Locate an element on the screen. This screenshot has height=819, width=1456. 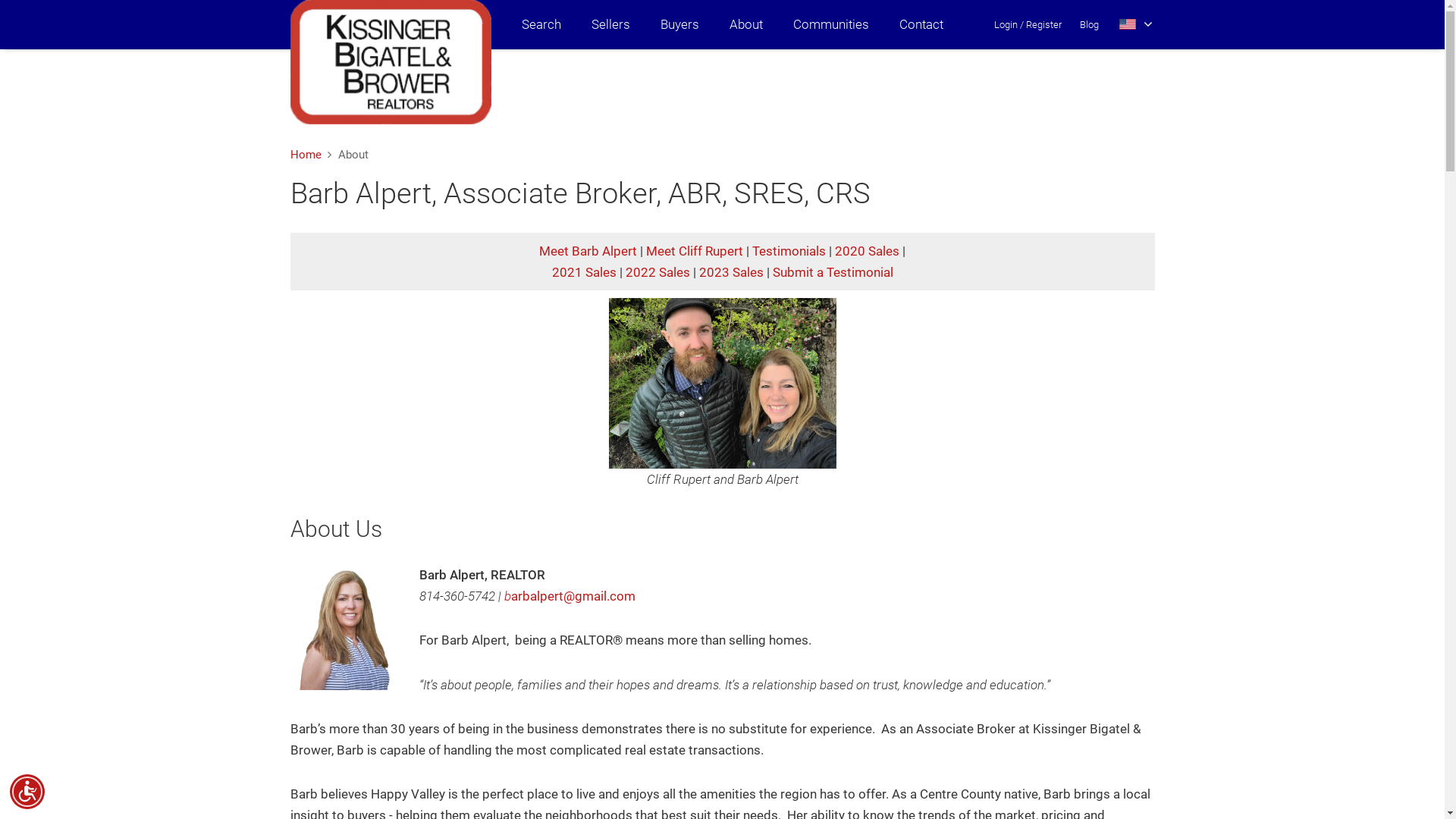
'2020 Sales' is located at coordinates (867, 250).